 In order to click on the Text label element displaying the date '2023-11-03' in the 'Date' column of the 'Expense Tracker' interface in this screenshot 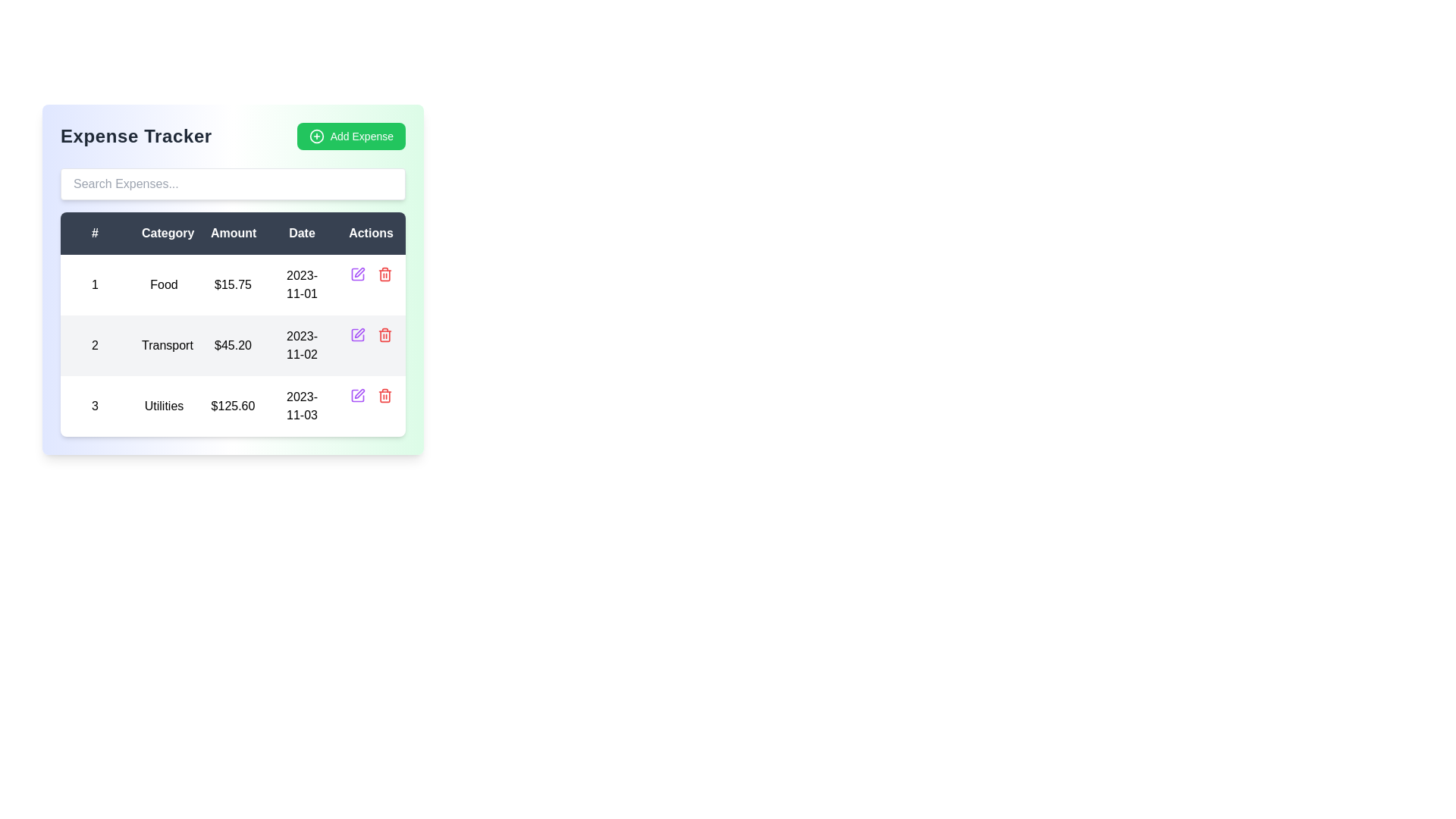, I will do `click(302, 406)`.